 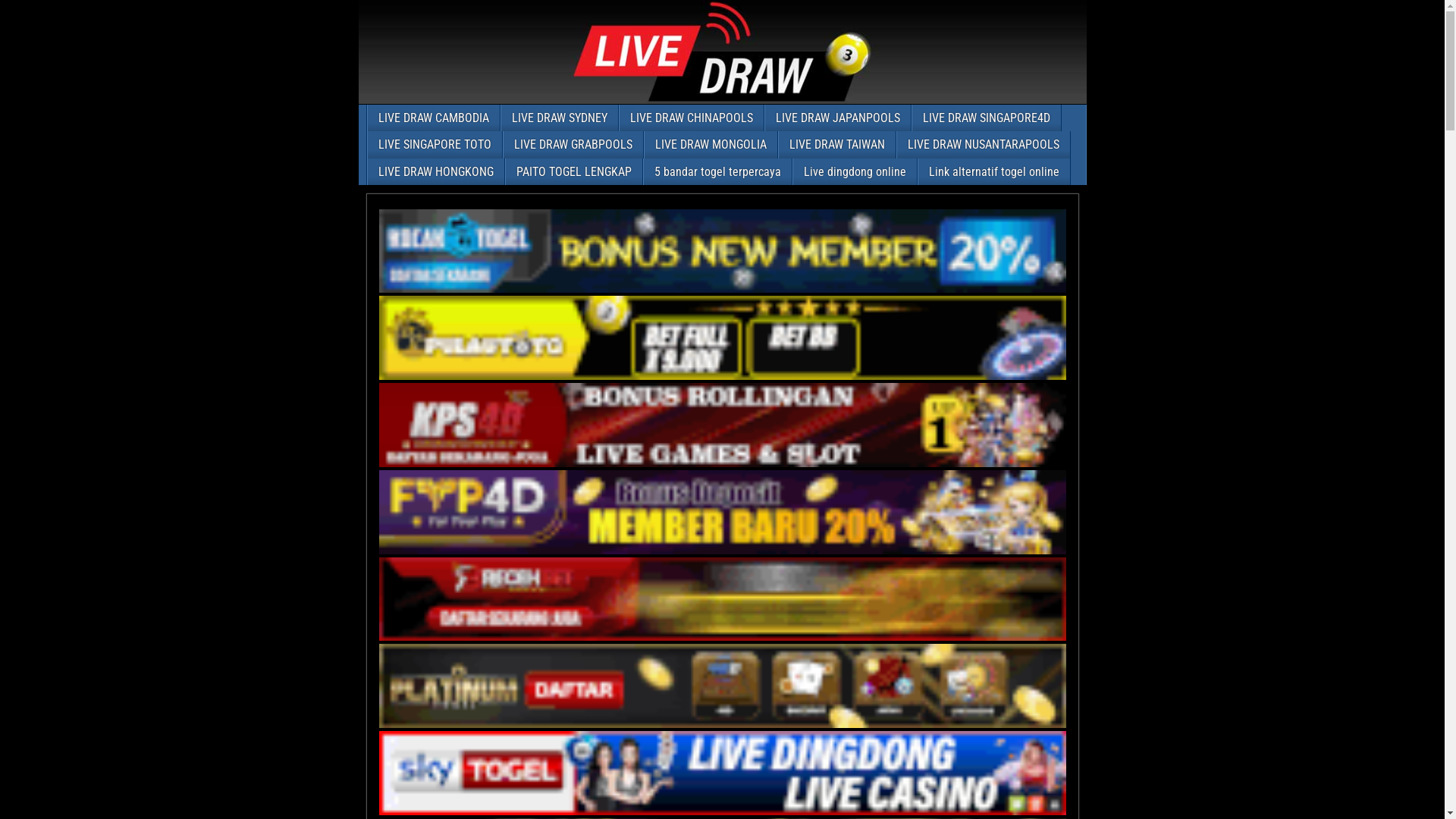 I want to click on 'LIVE DRAW NUSANTARAPOOLS', so click(x=983, y=144).